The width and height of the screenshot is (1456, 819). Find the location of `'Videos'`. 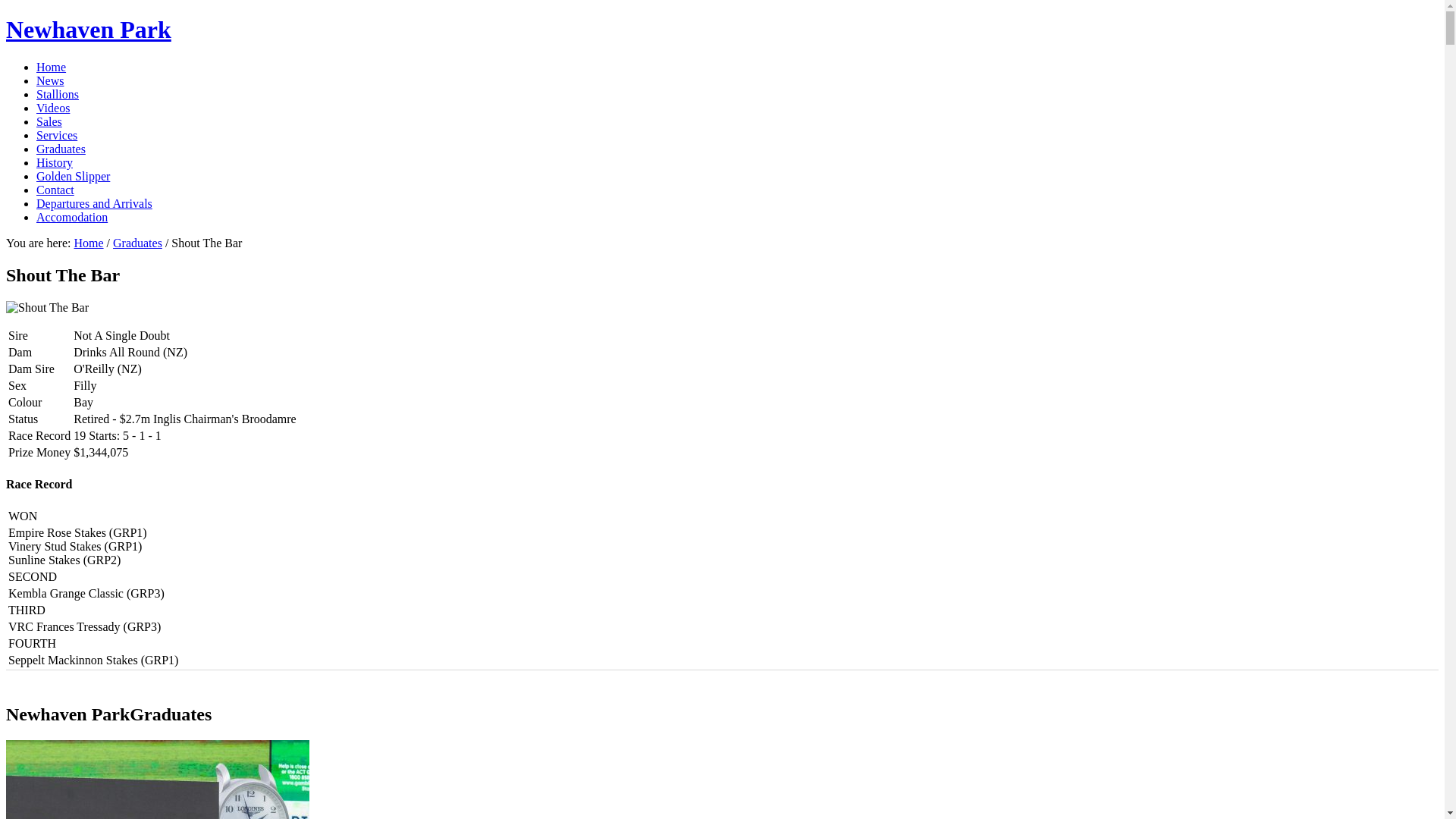

'Videos' is located at coordinates (53, 107).